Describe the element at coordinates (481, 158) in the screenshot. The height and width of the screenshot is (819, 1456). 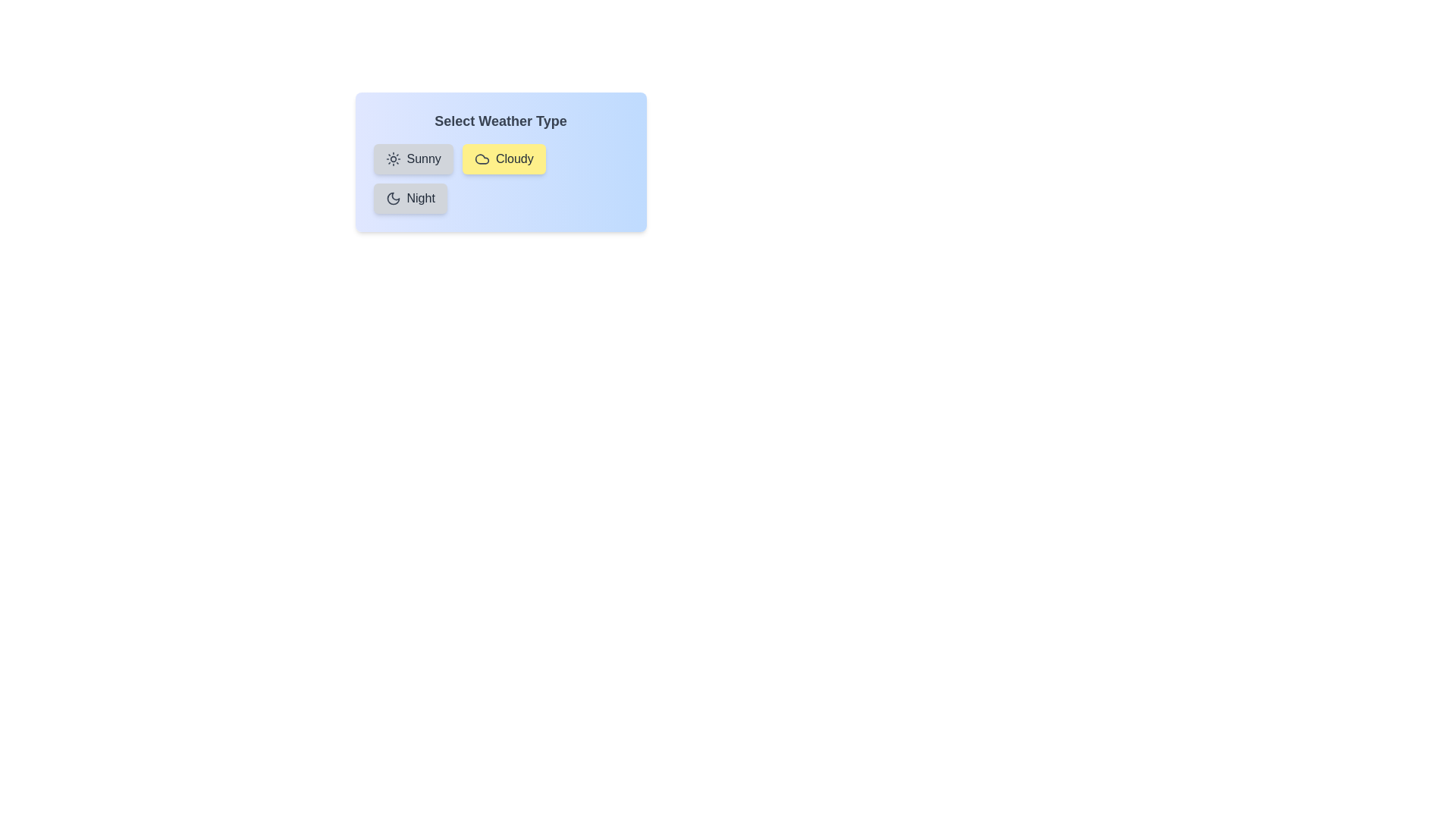
I see `the icon of the weather type Cloudy` at that location.